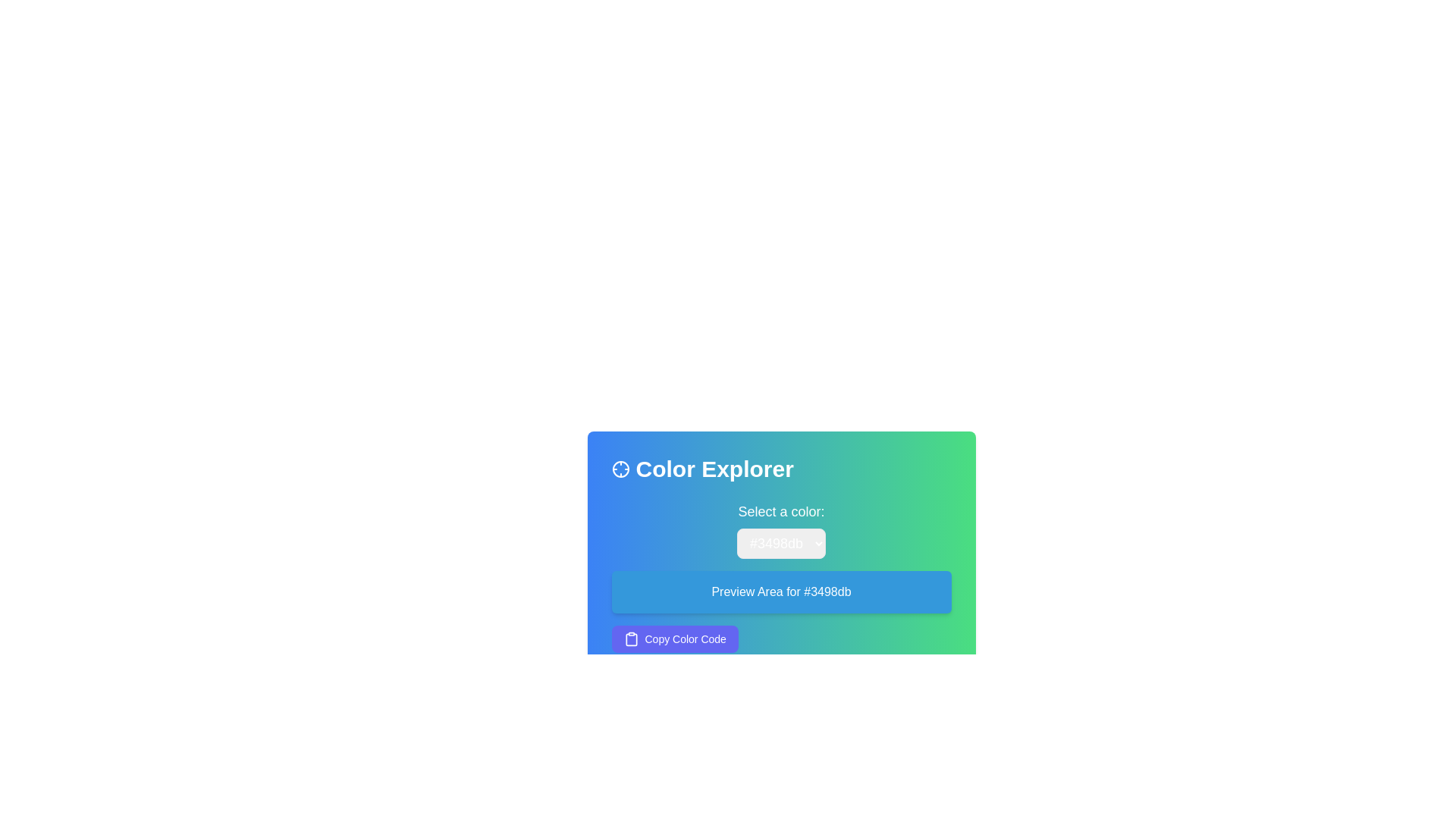 The image size is (1456, 819). What do you see at coordinates (620, 468) in the screenshot?
I see `the circular crosshair icon in the Color Explorer section header` at bounding box center [620, 468].